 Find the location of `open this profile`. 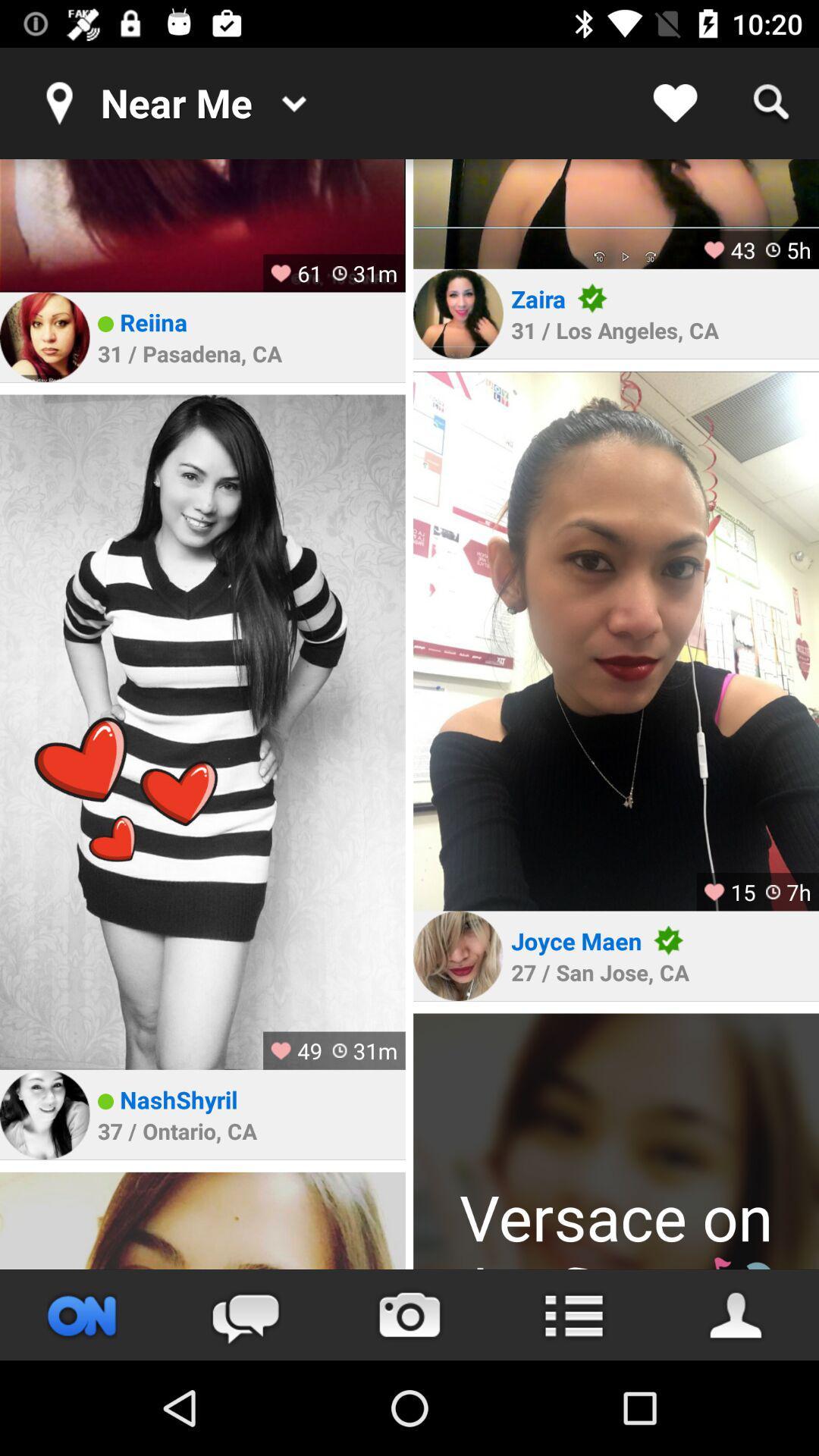

open this profile is located at coordinates (202, 732).